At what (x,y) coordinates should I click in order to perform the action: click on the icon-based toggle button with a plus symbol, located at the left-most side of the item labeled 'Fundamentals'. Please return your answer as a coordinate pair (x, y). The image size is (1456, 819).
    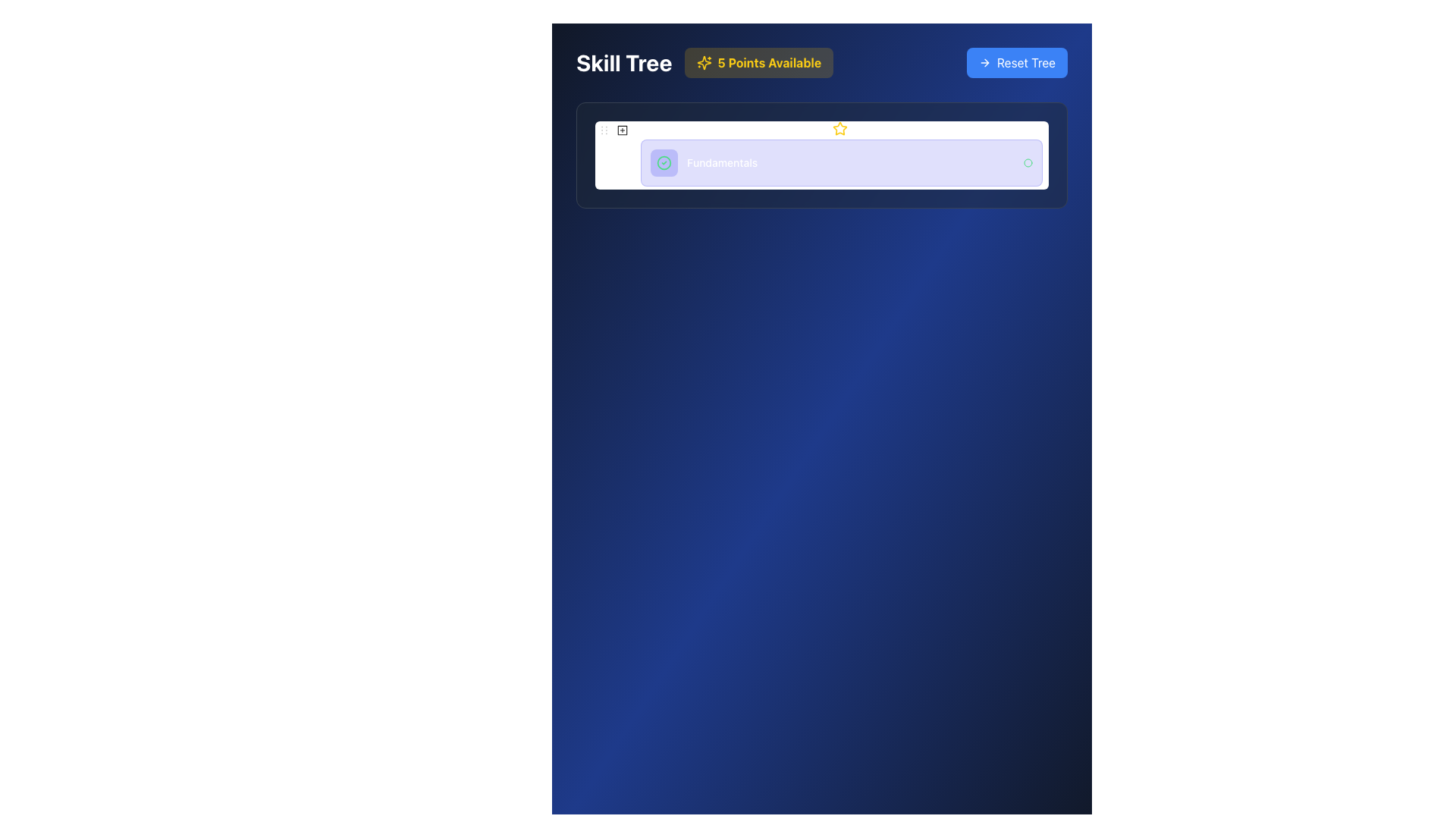
    Looking at the image, I should click on (622, 130).